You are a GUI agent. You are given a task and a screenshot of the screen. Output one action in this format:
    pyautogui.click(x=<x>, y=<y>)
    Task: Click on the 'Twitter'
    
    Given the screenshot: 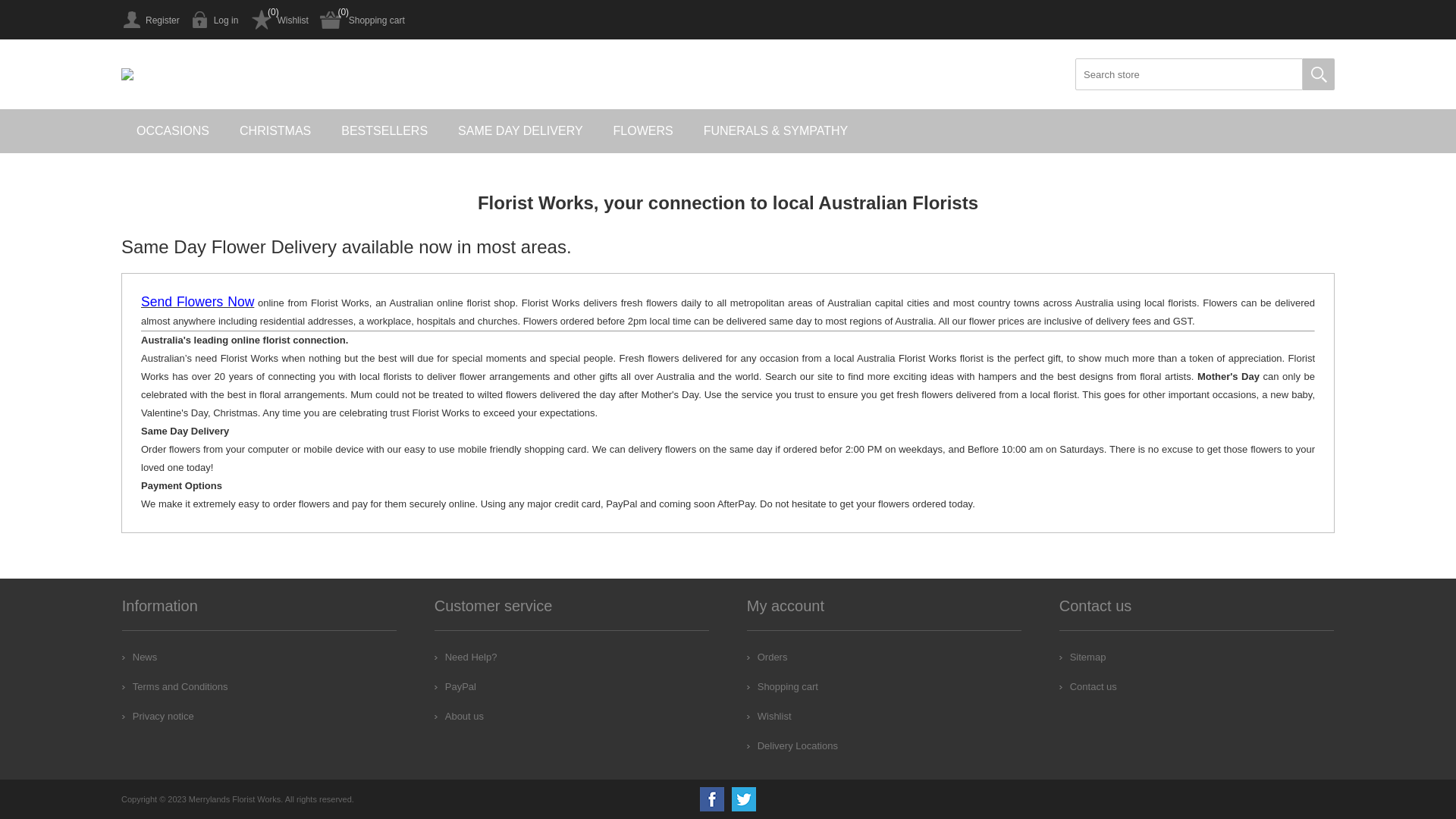 What is the action you would take?
    pyautogui.click(x=743, y=798)
    